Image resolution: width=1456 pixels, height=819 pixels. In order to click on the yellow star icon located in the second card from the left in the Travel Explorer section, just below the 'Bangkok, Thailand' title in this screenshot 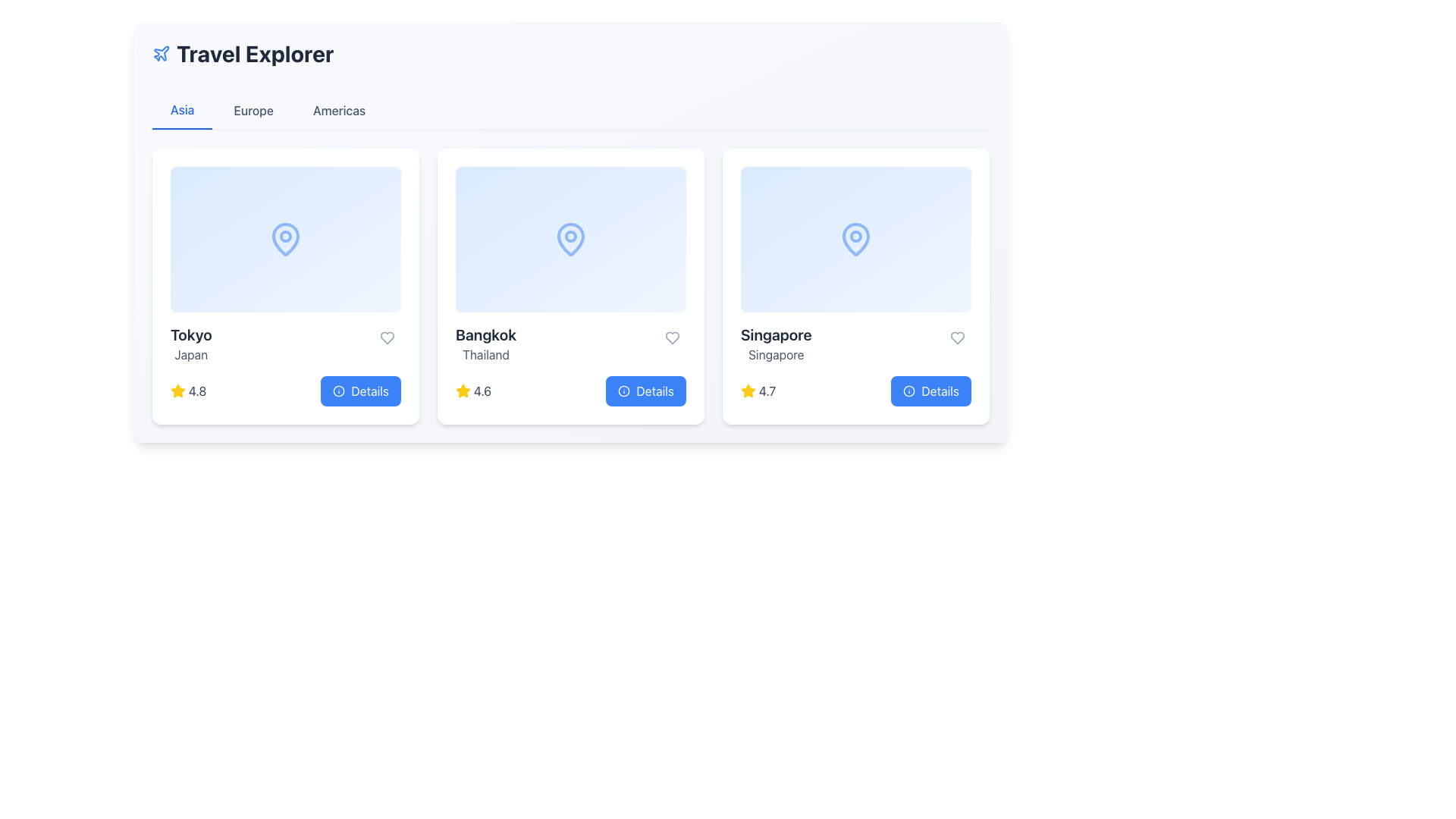, I will do `click(462, 391)`.